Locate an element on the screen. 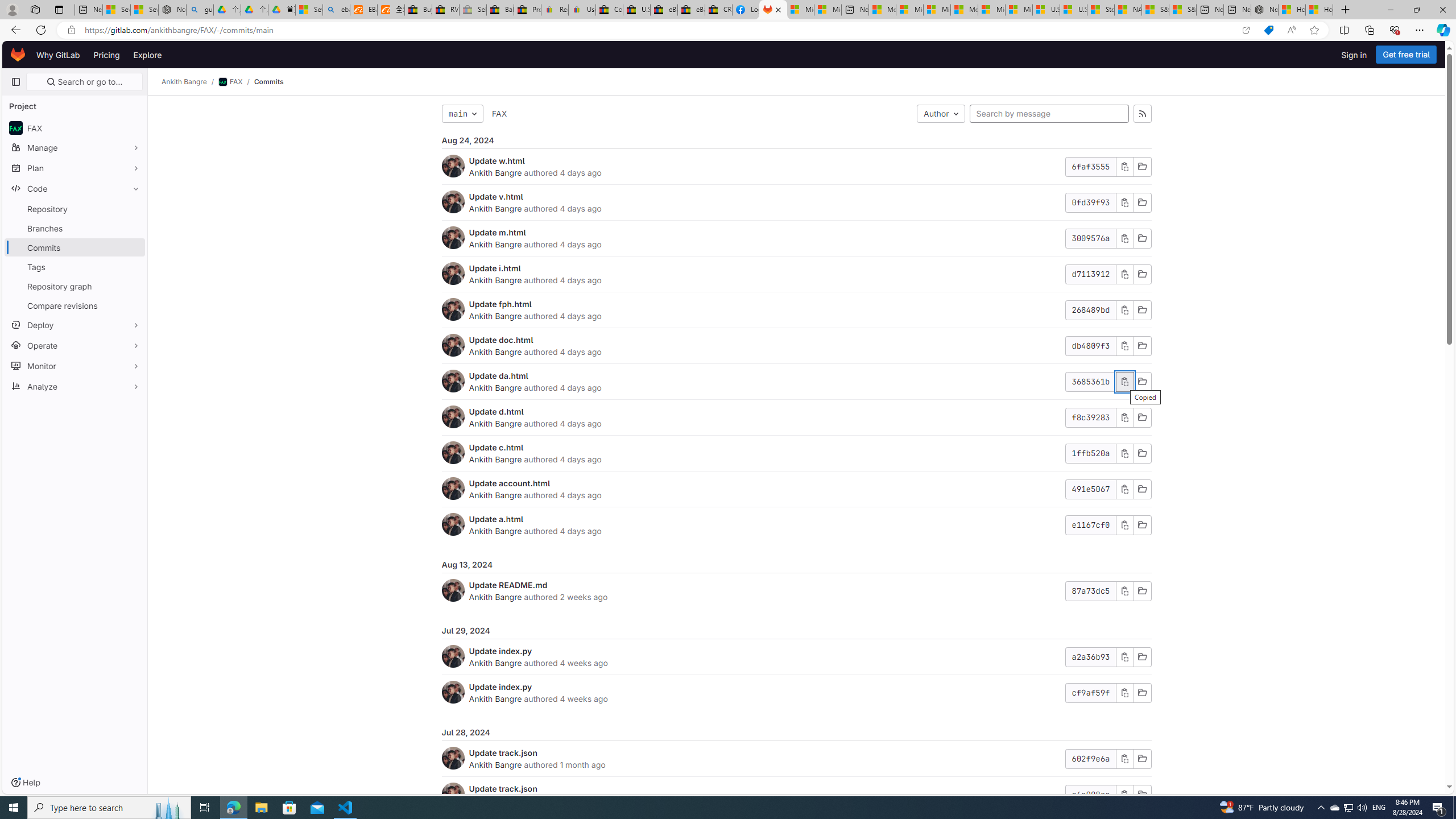 The image size is (1456, 819). 'Monitor' is located at coordinates (74, 365).